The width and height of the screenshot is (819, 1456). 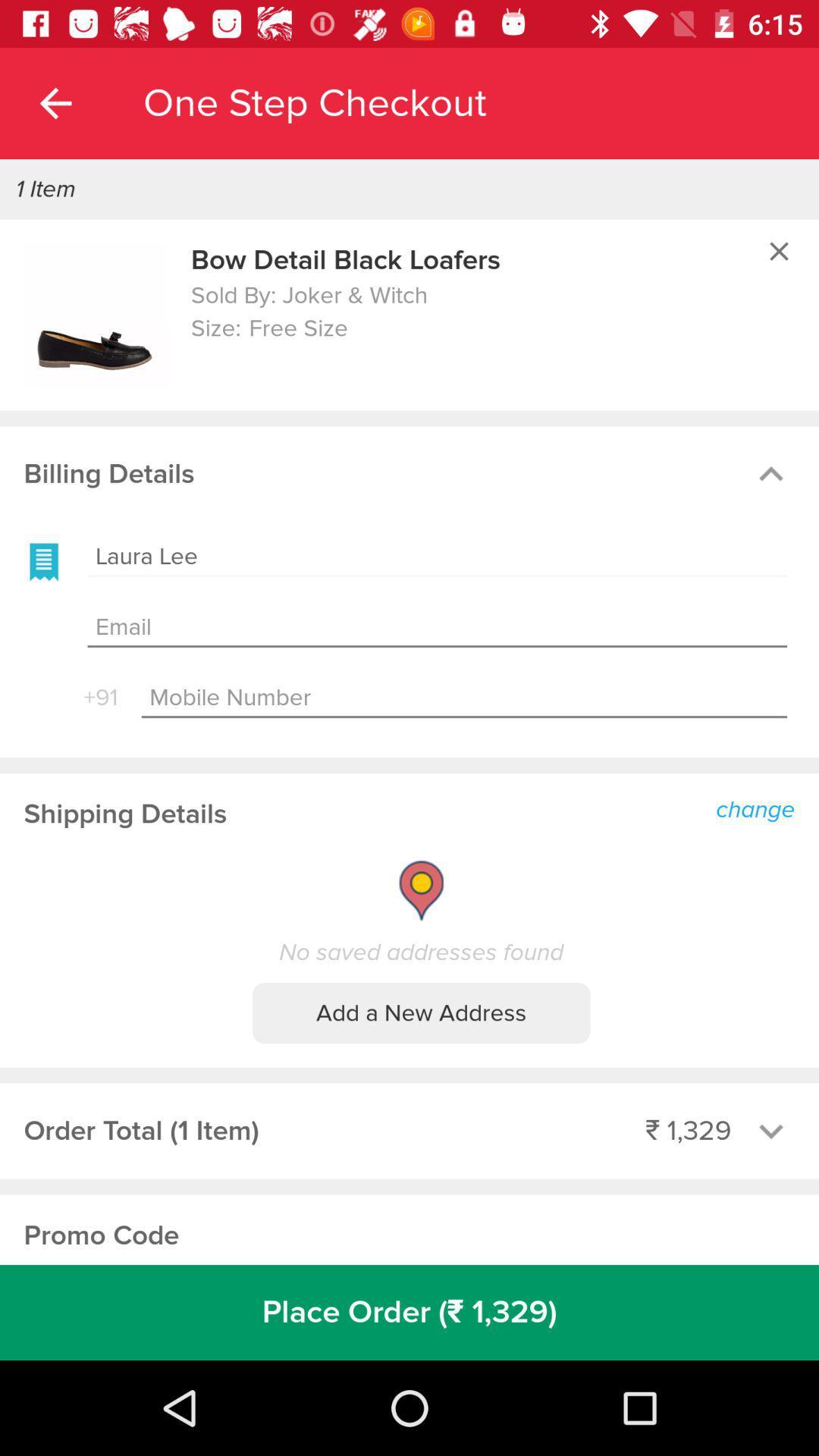 What do you see at coordinates (55, 102) in the screenshot?
I see `item next to the one step checkout icon` at bounding box center [55, 102].